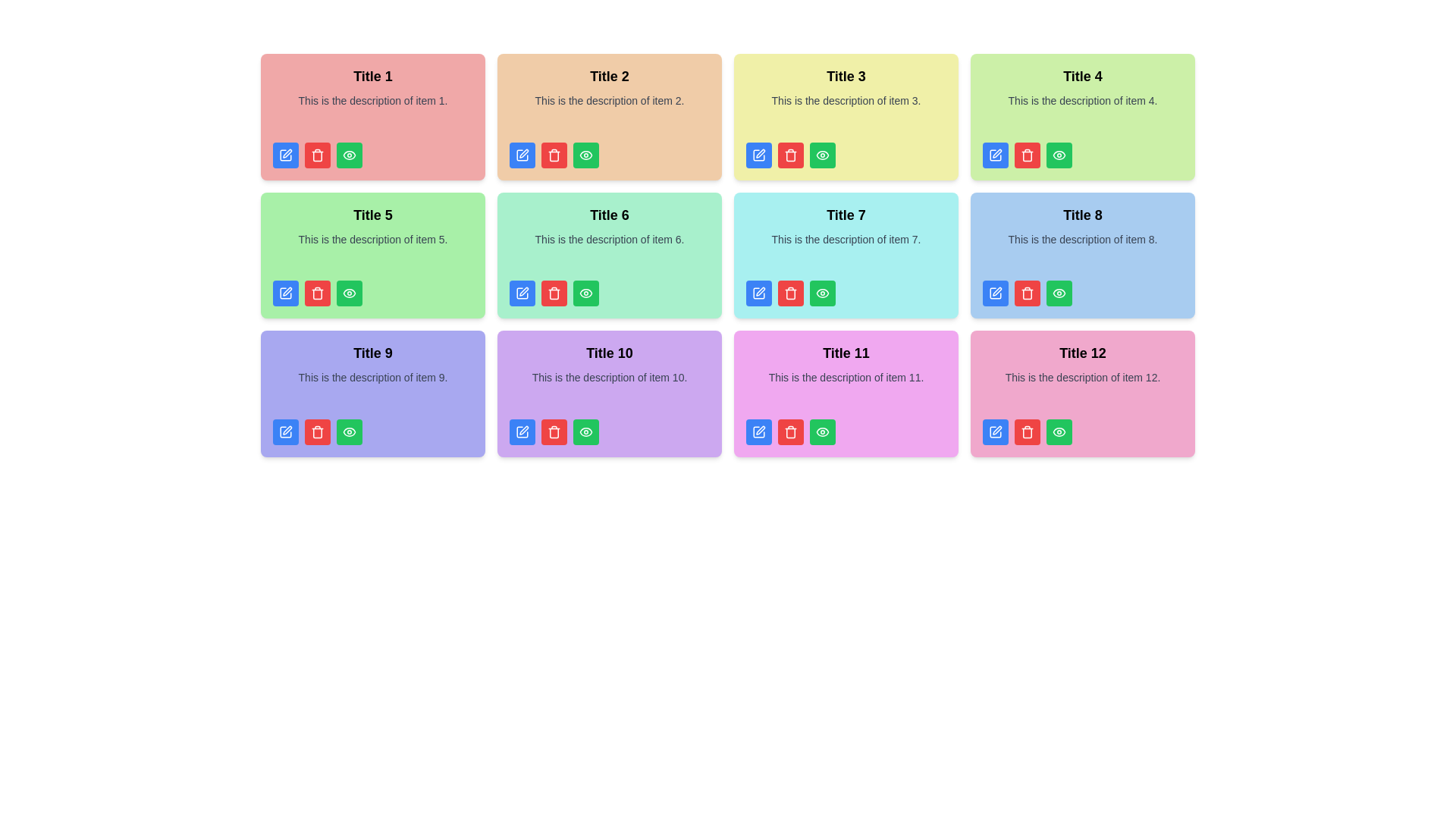 This screenshot has width=1456, height=819. Describe the element at coordinates (286, 155) in the screenshot. I see `the vector graphic icon located in the leftmost button of the red-colored card labeled 'Title 1'` at that location.